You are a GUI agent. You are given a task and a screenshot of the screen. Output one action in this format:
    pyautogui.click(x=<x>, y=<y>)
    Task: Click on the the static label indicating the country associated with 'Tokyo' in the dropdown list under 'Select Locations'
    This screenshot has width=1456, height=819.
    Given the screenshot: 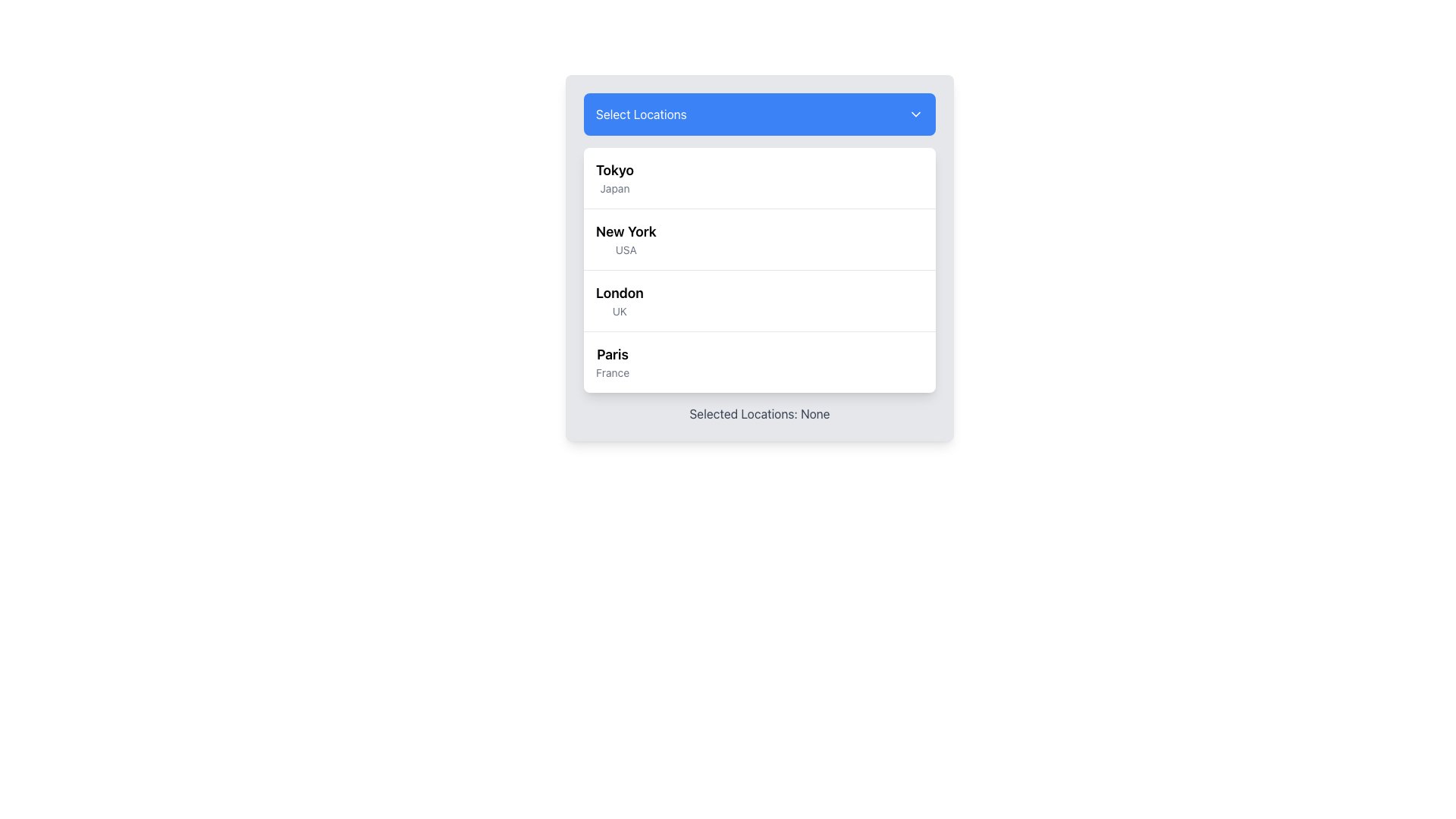 What is the action you would take?
    pyautogui.click(x=615, y=188)
    